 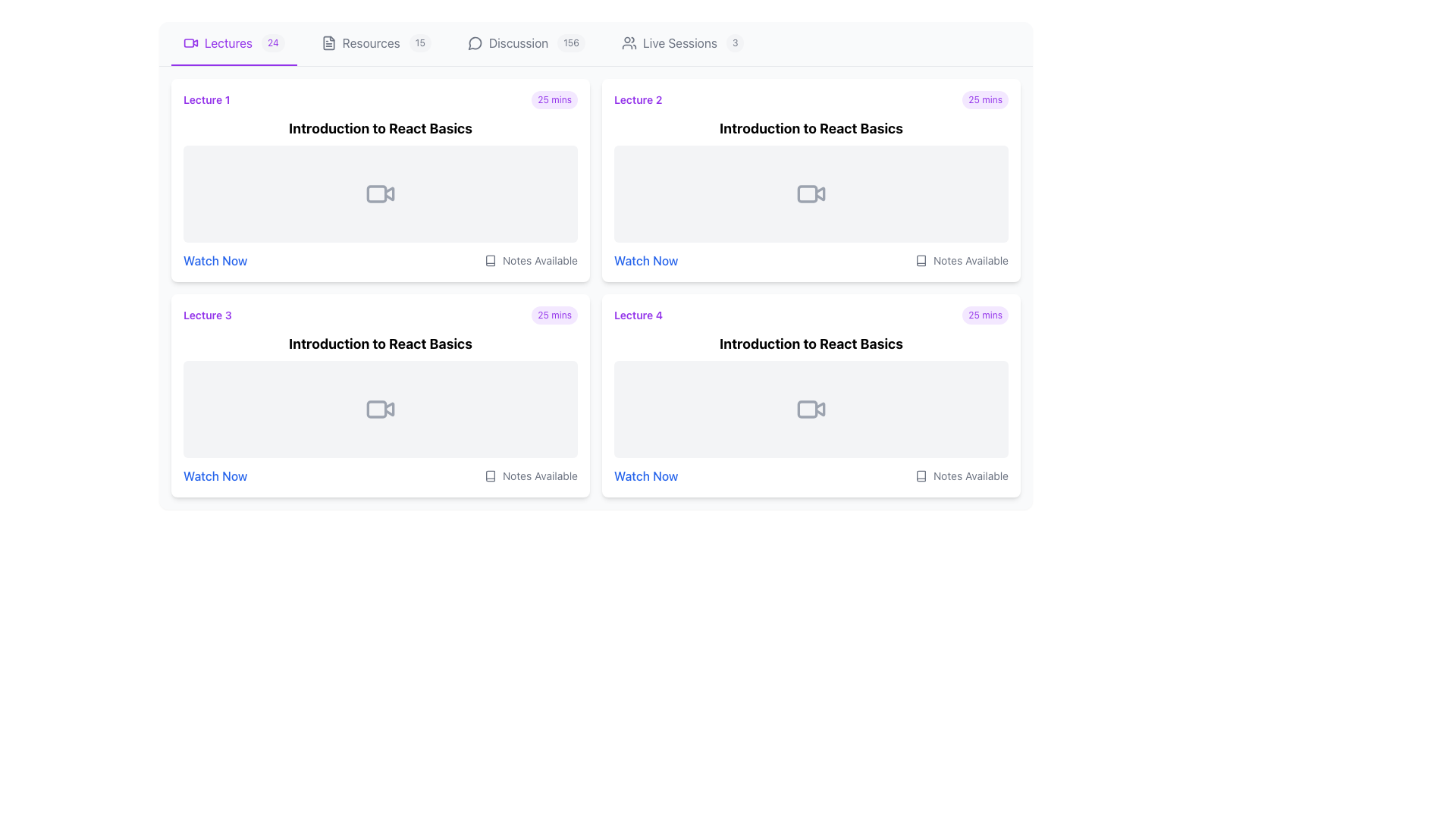 What do you see at coordinates (971, 475) in the screenshot?
I see `the text label that says 'Notes Available', located at the bottom-right corner of the fourth lecture card, adjacent to the checkbox element` at bounding box center [971, 475].